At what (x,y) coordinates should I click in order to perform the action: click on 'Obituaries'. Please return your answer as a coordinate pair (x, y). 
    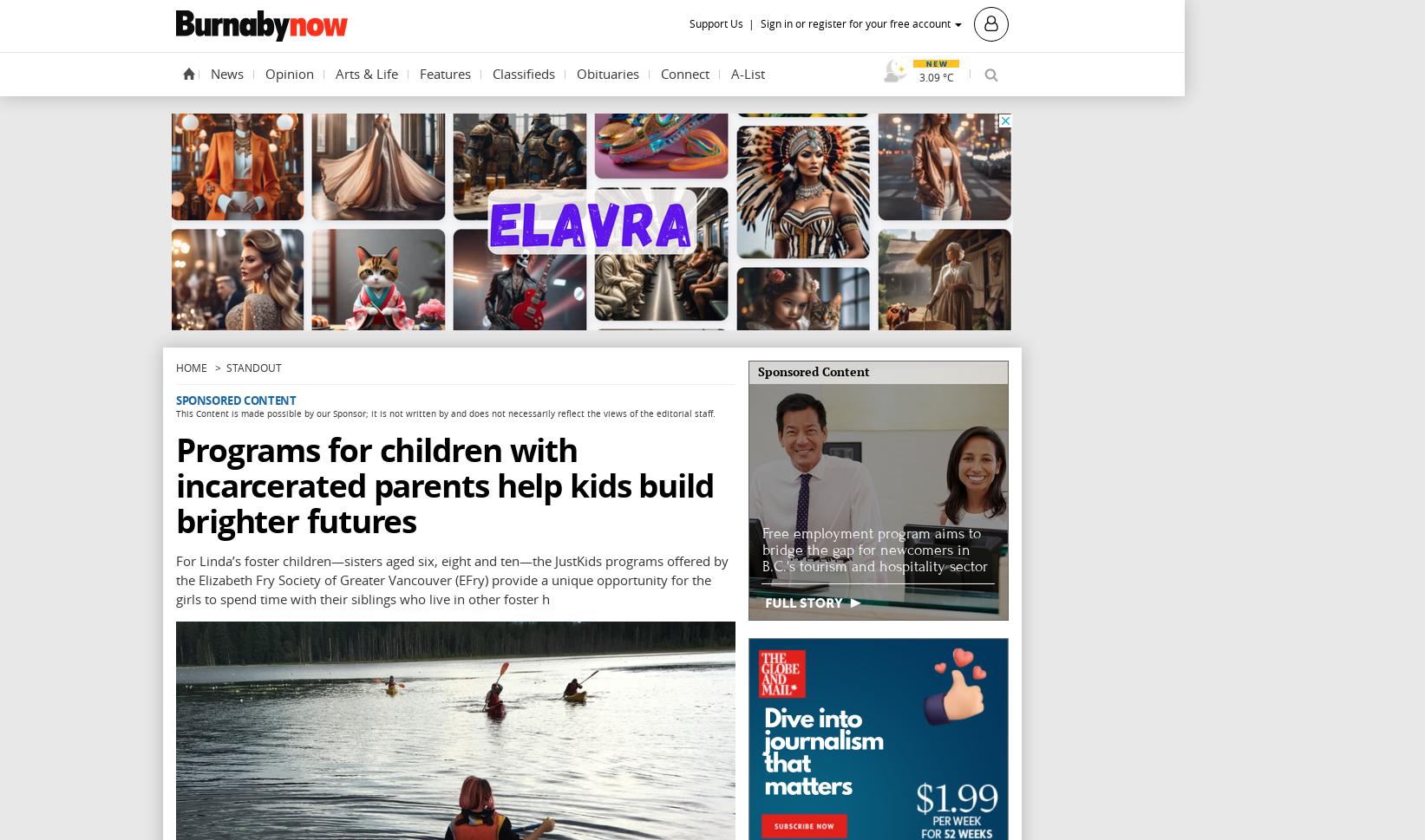
    Looking at the image, I should click on (607, 72).